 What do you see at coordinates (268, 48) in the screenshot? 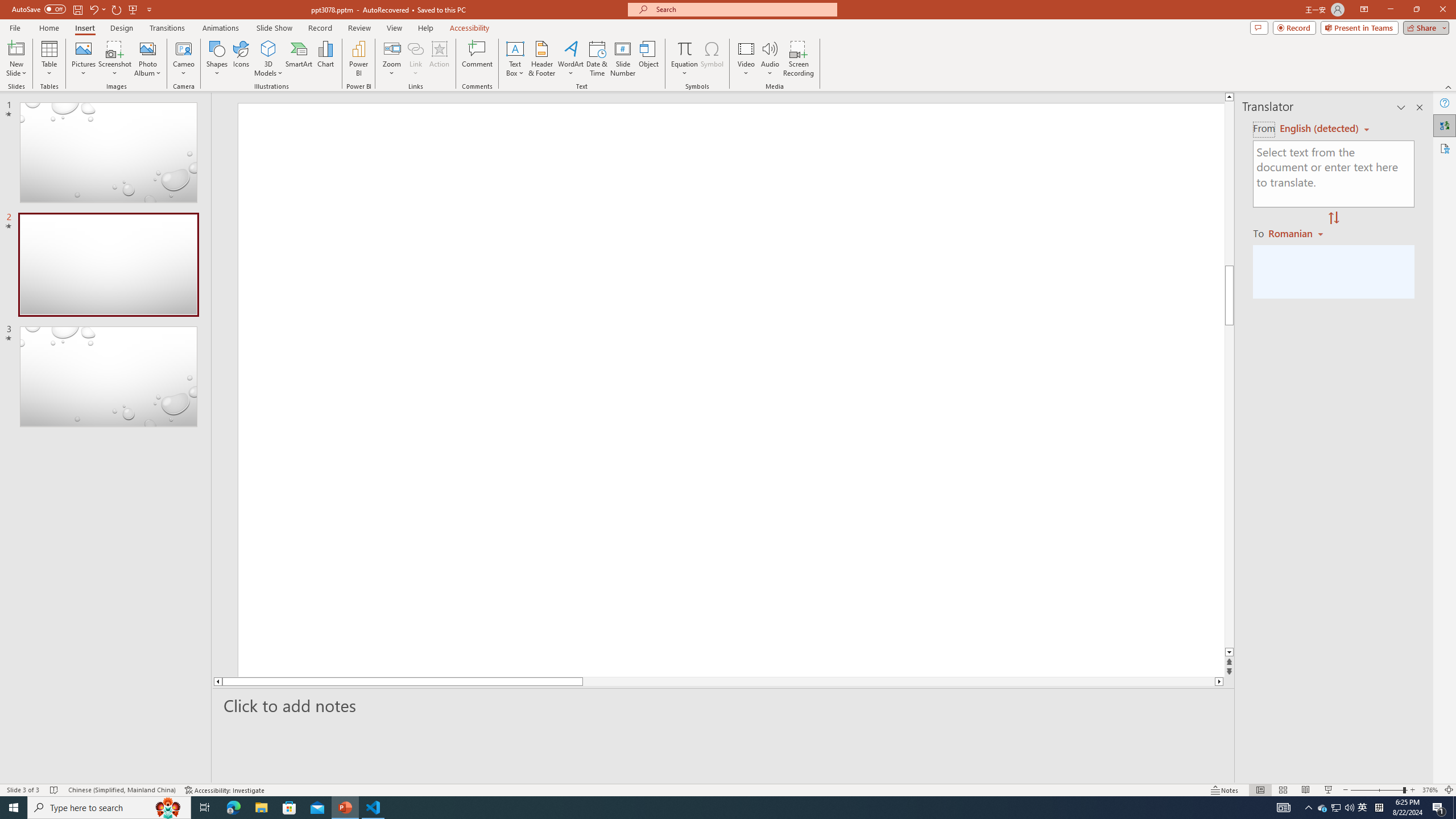
I see `'3D Models'` at bounding box center [268, 48].